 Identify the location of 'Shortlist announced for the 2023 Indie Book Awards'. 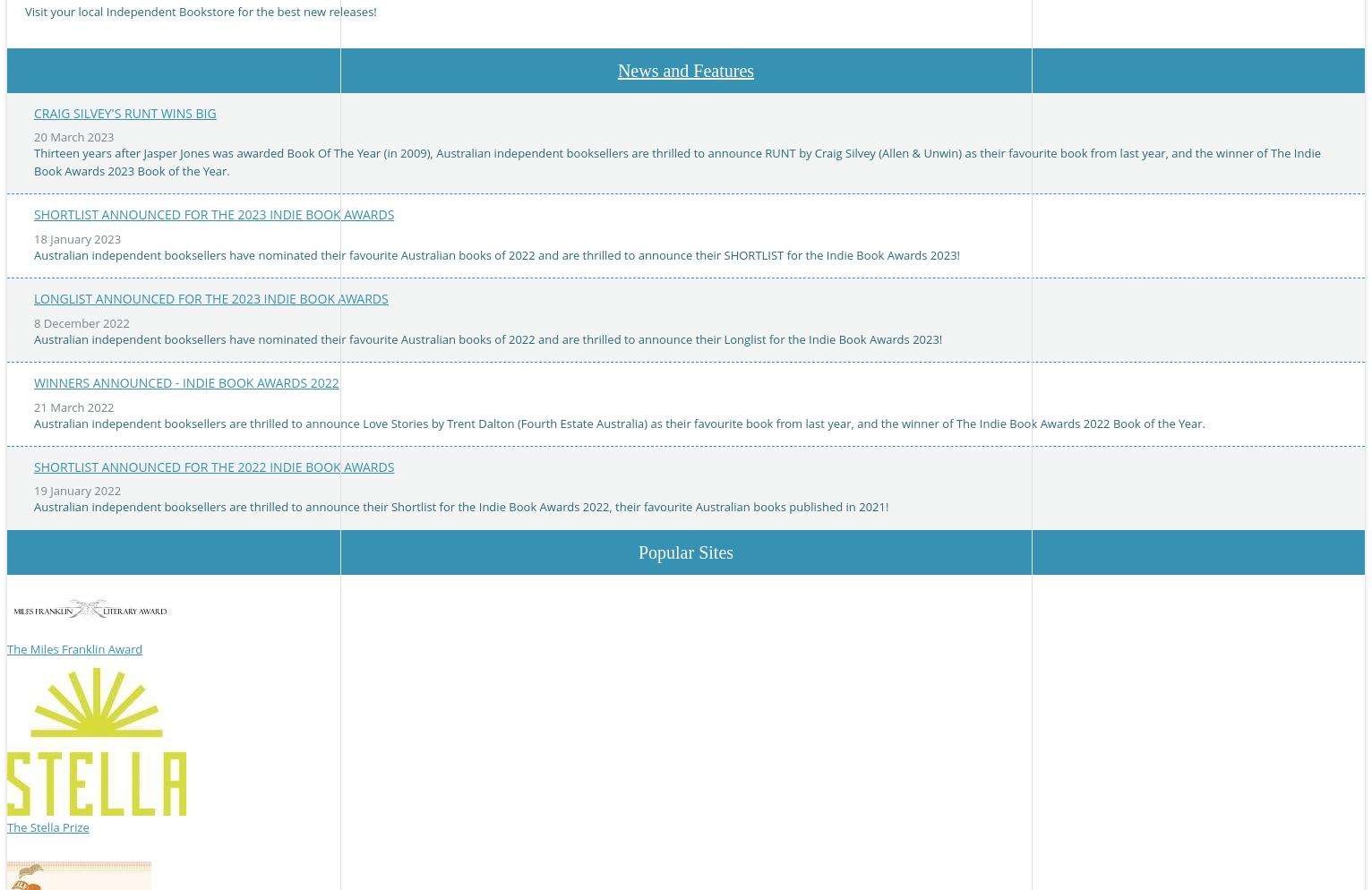
(213, 214).